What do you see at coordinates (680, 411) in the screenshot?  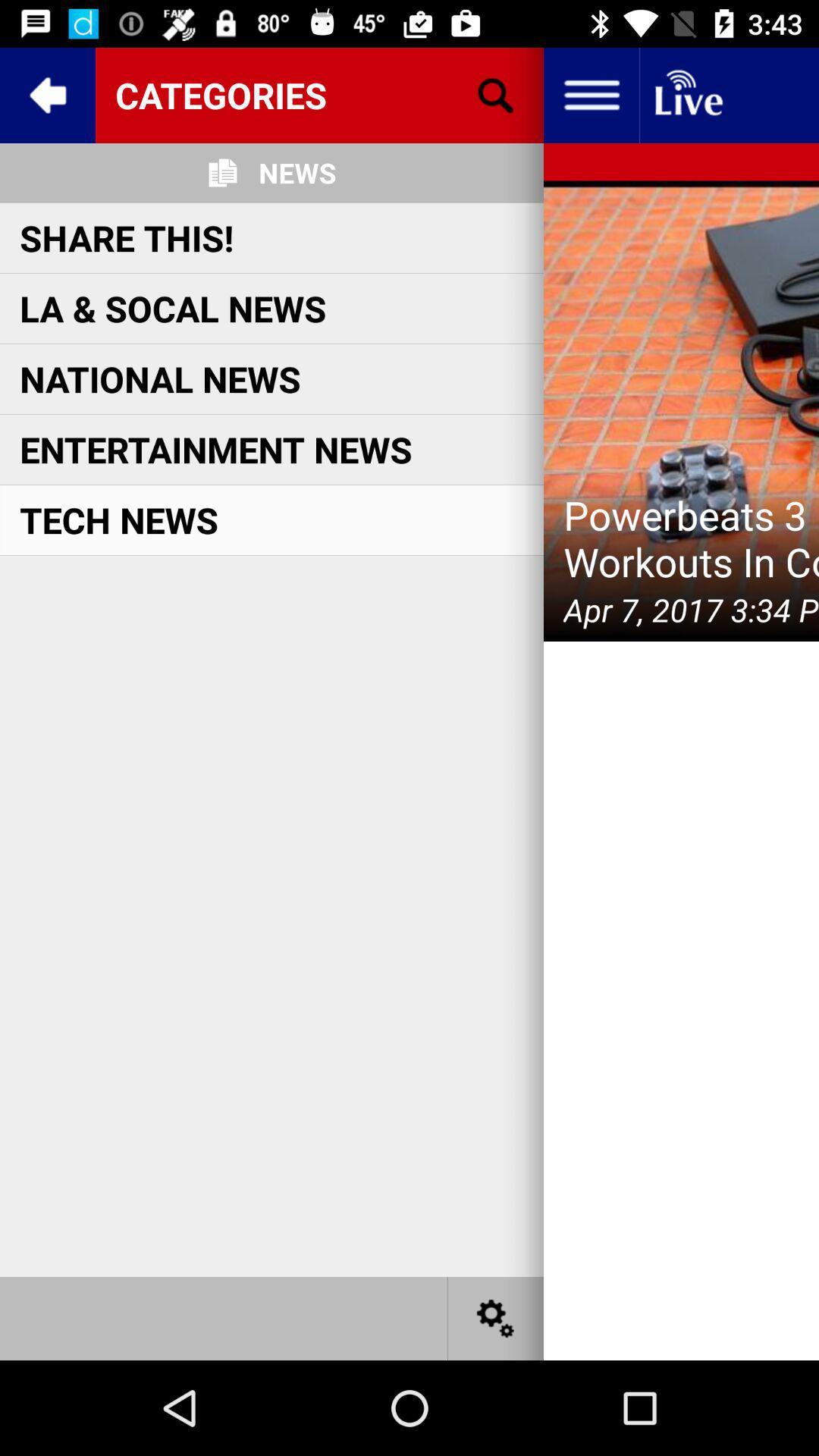 I see `icon to the right of the entertainment news` at bounding box center [680, 411].